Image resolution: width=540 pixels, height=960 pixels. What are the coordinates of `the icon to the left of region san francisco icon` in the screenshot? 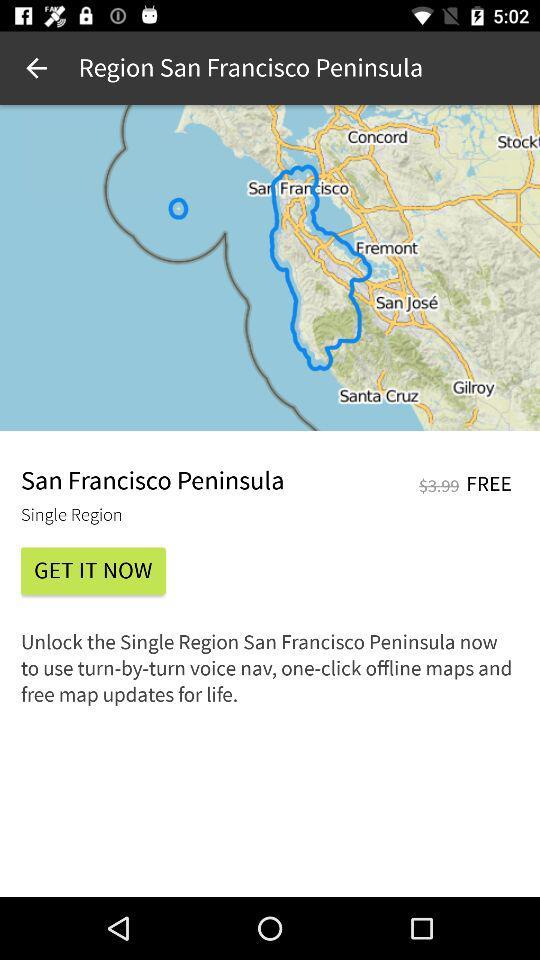 It's located at (36, 68).